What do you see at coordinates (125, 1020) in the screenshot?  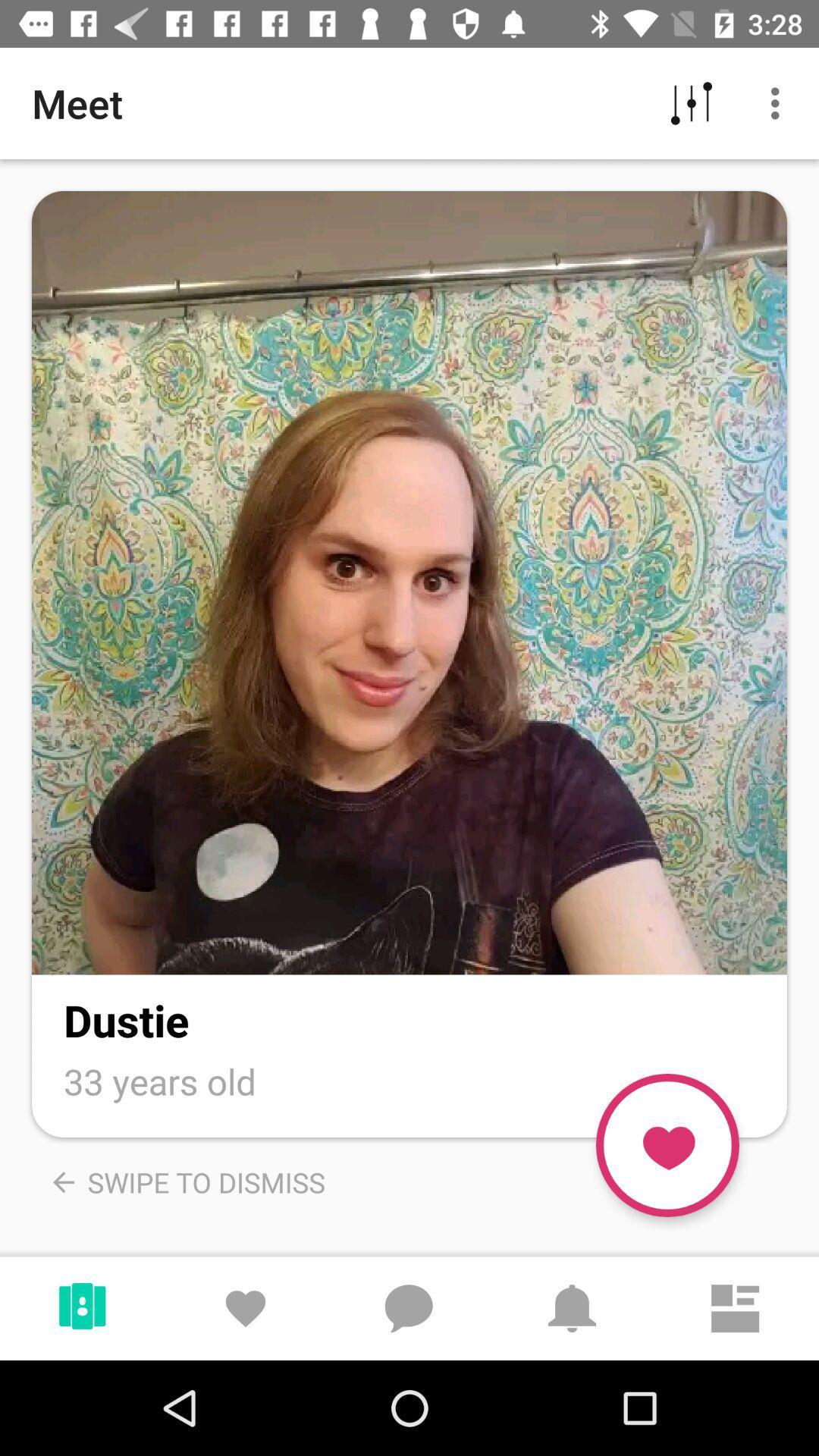 I see `the dustie icon` at bounding box center [125, 1020].